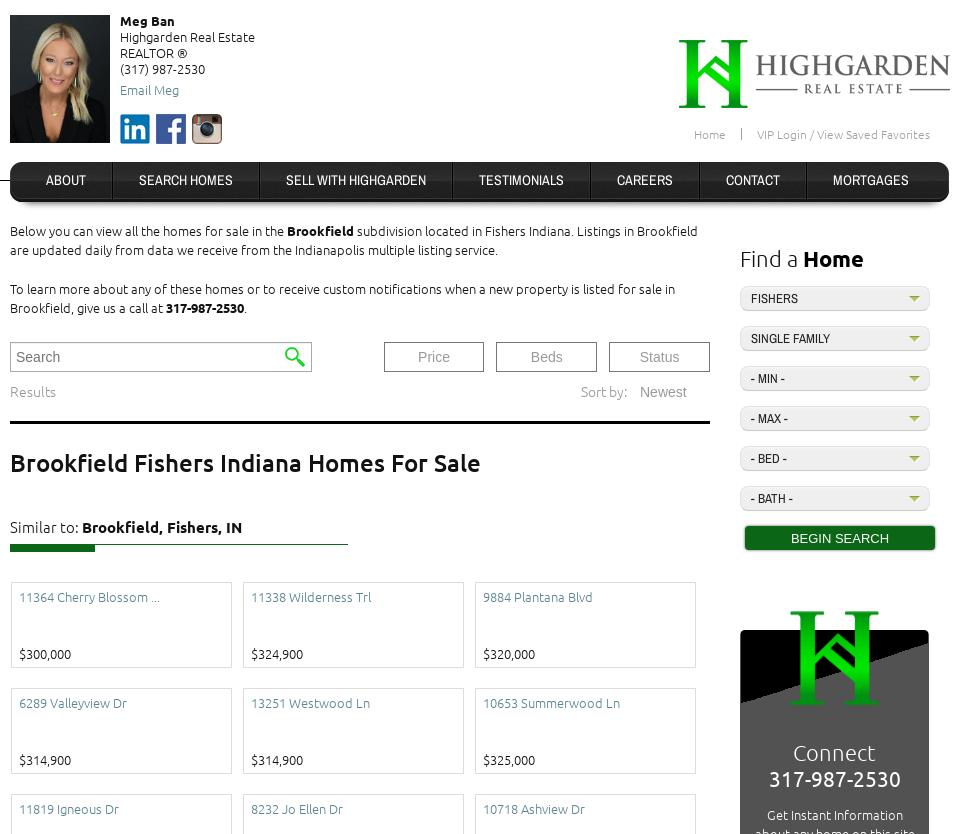 The width and height of the screenshot is (960, 834). What do you see at coordinates (8, 462) in the screenshot?
I see `'Brookfield Fishers Indiana Homes For Sale'` at bounding box center [8, 462].